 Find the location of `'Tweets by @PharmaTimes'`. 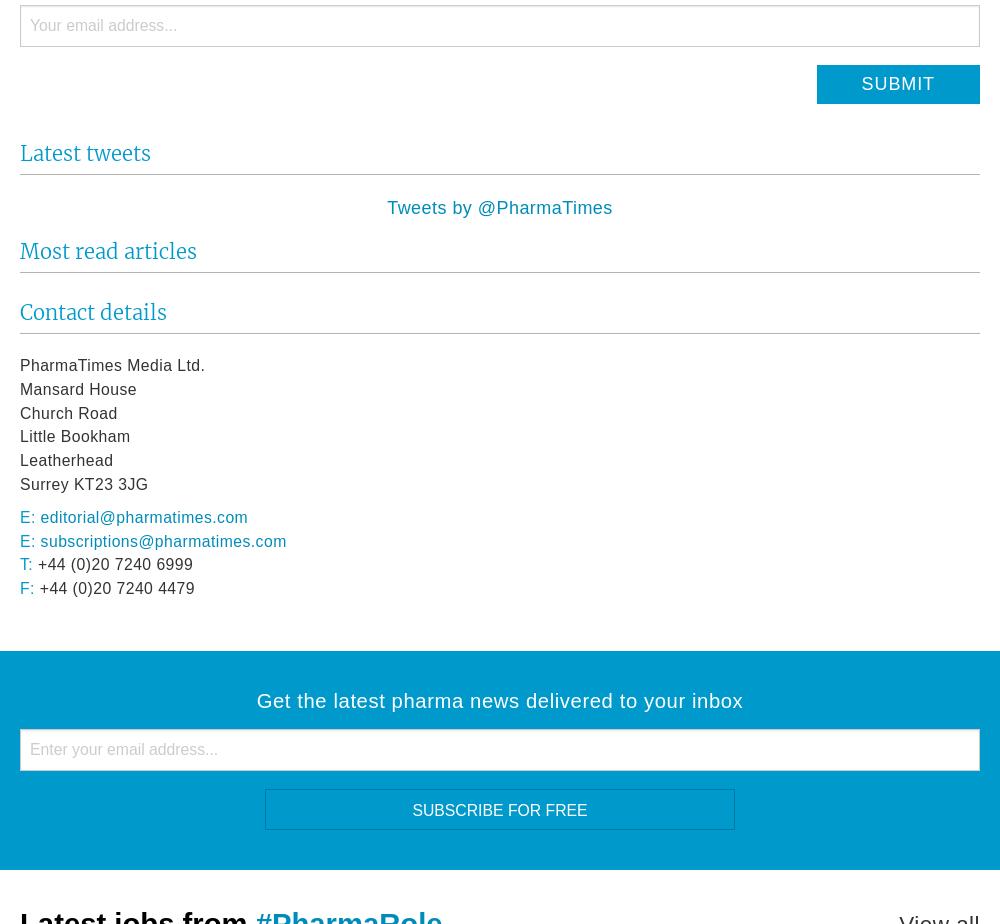

'Tweets by @PharmaTimes' is located at coordinates (498, 206).